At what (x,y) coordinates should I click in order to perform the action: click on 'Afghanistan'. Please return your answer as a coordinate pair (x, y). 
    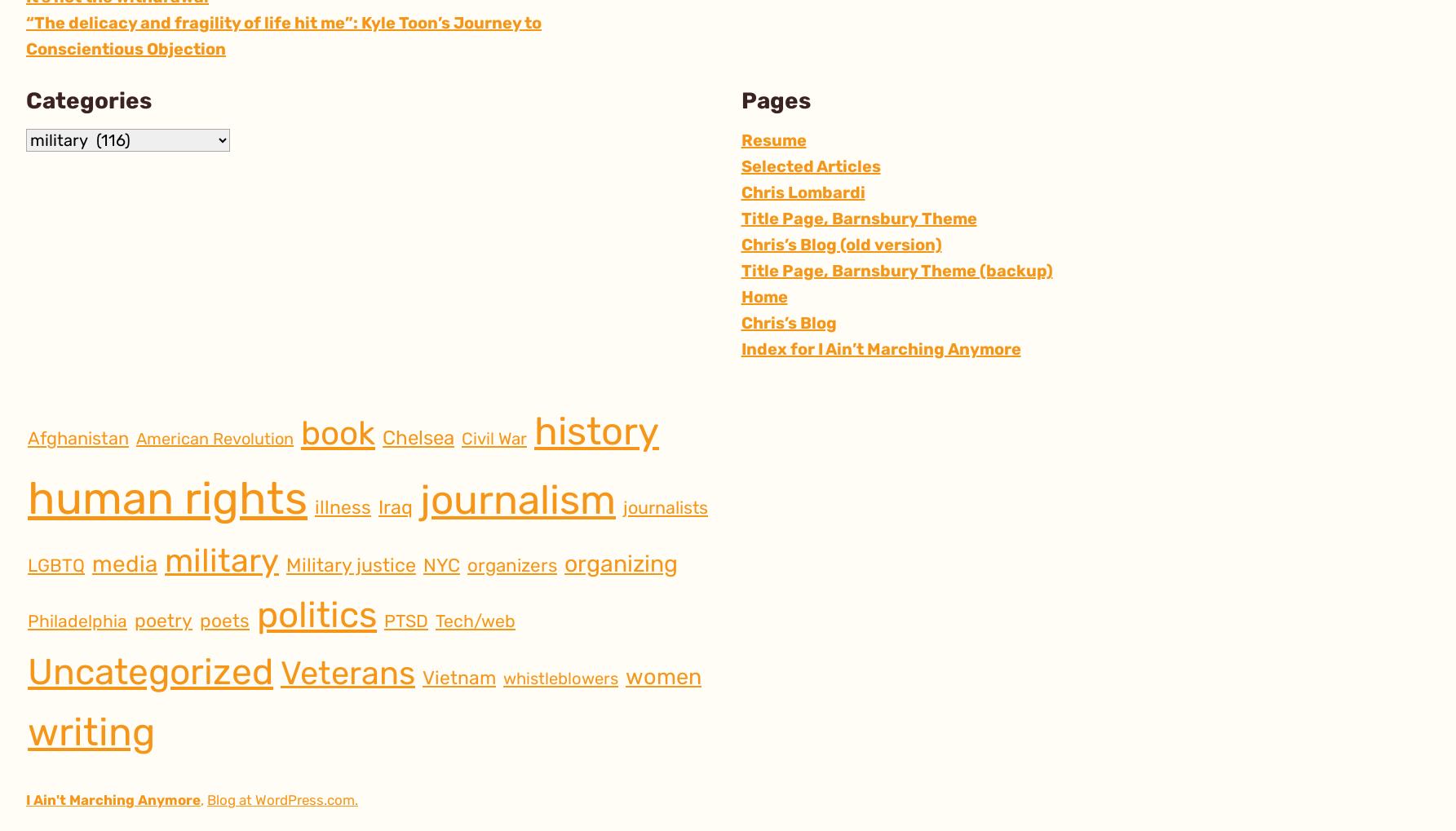
    Looking at the image, I should click on (78, 438).